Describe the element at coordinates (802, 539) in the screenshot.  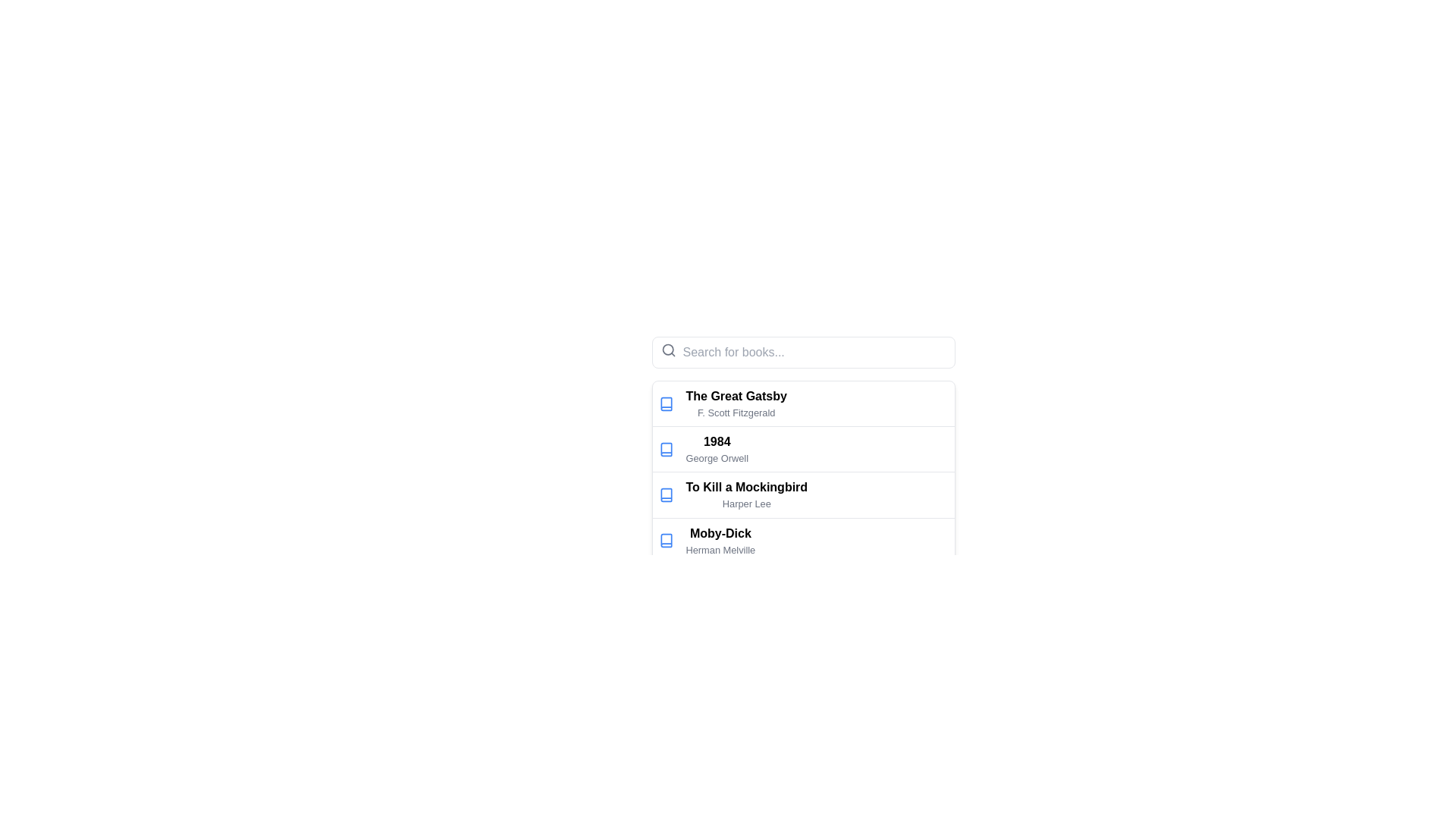
I see `the fourth list item representing the book 'Moby-Dick'` at that location.